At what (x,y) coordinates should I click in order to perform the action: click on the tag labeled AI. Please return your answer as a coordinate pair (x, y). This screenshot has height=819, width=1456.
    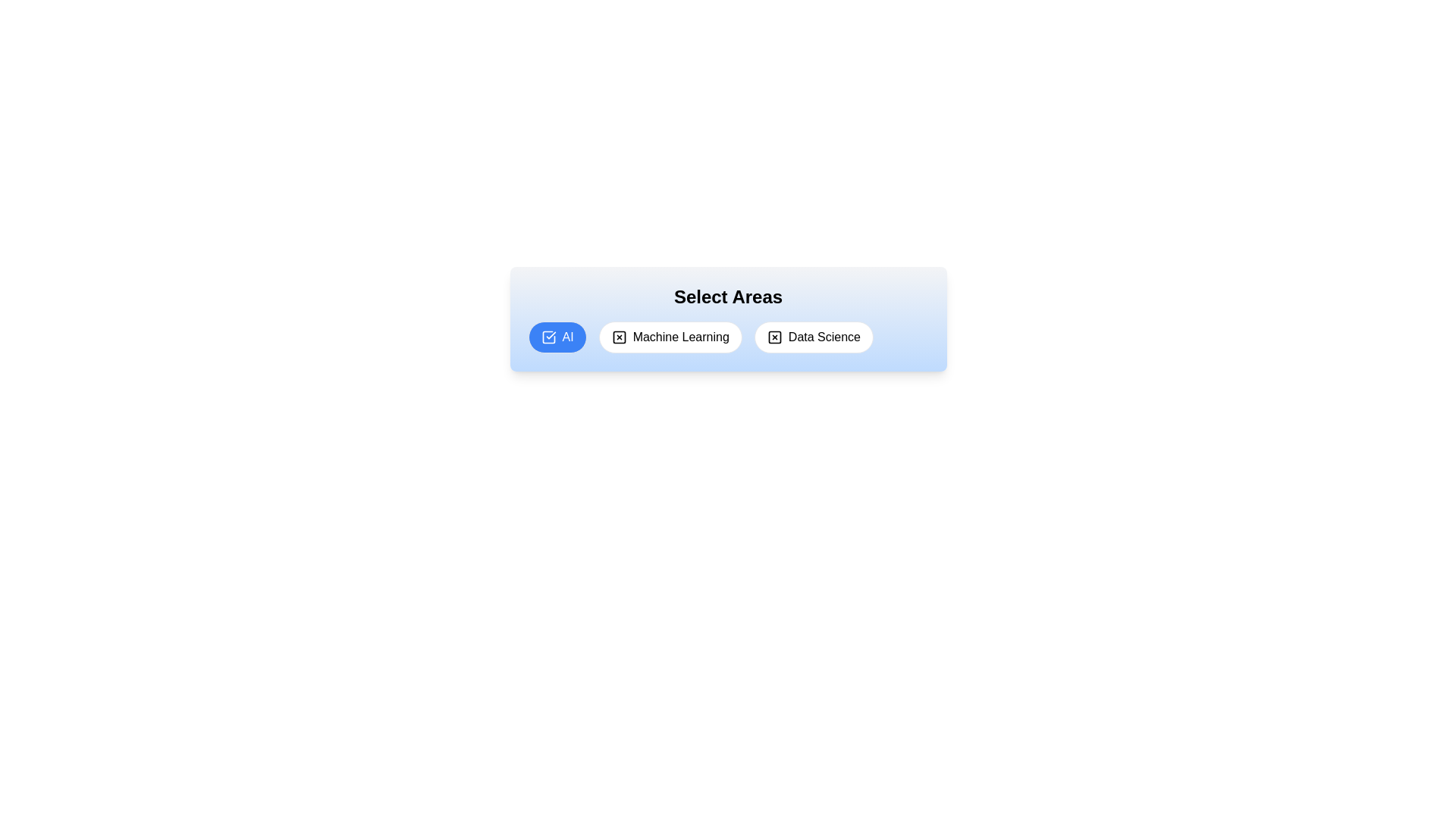
    Looking at the image, I should click on (556, 336).